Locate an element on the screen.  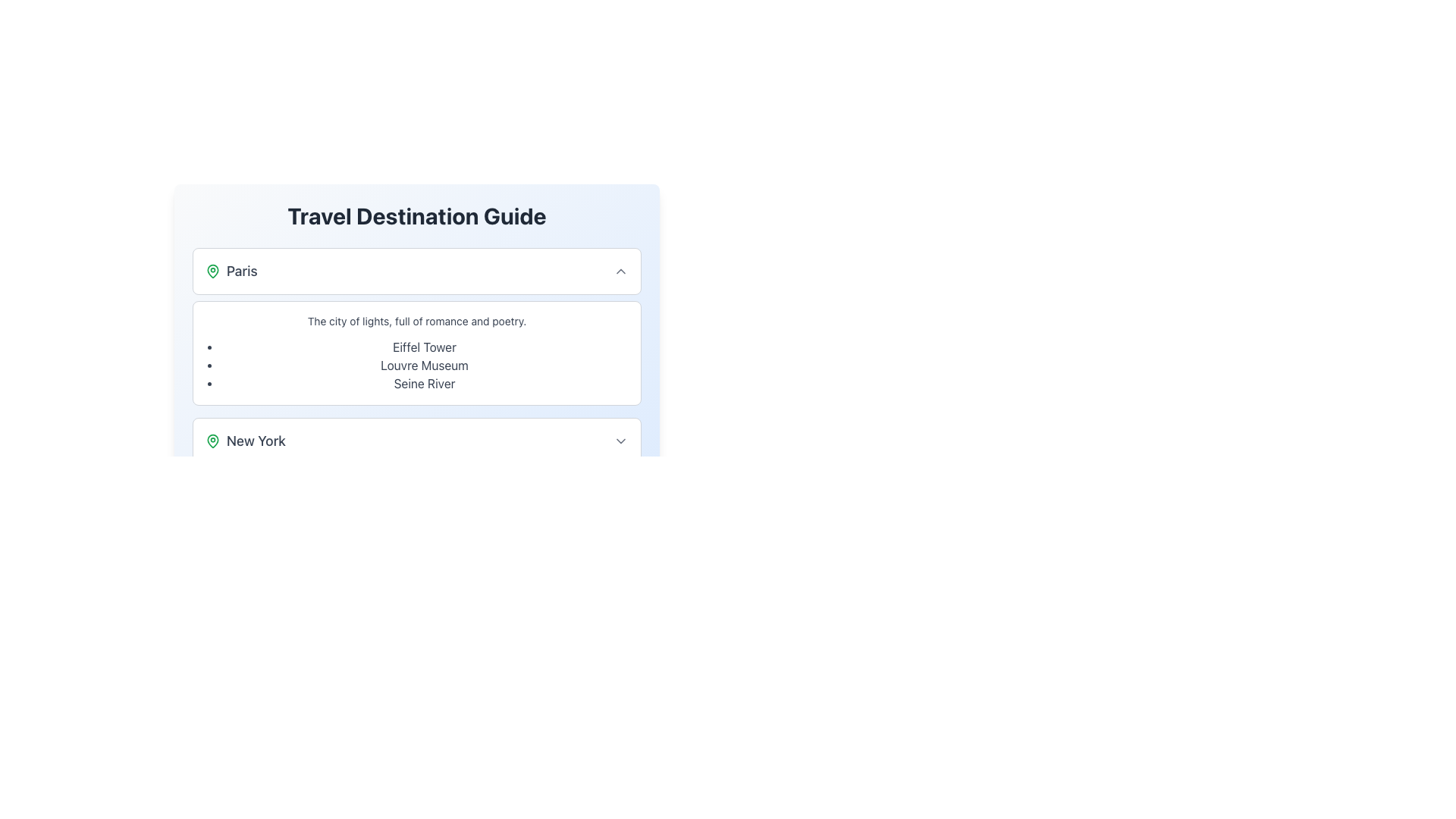
the text label displaying 'Paris' which is styled with medium-weight gray text and paired with a green map pin icon to its left, located within a white card-like background is located at coordinates (231, 271).